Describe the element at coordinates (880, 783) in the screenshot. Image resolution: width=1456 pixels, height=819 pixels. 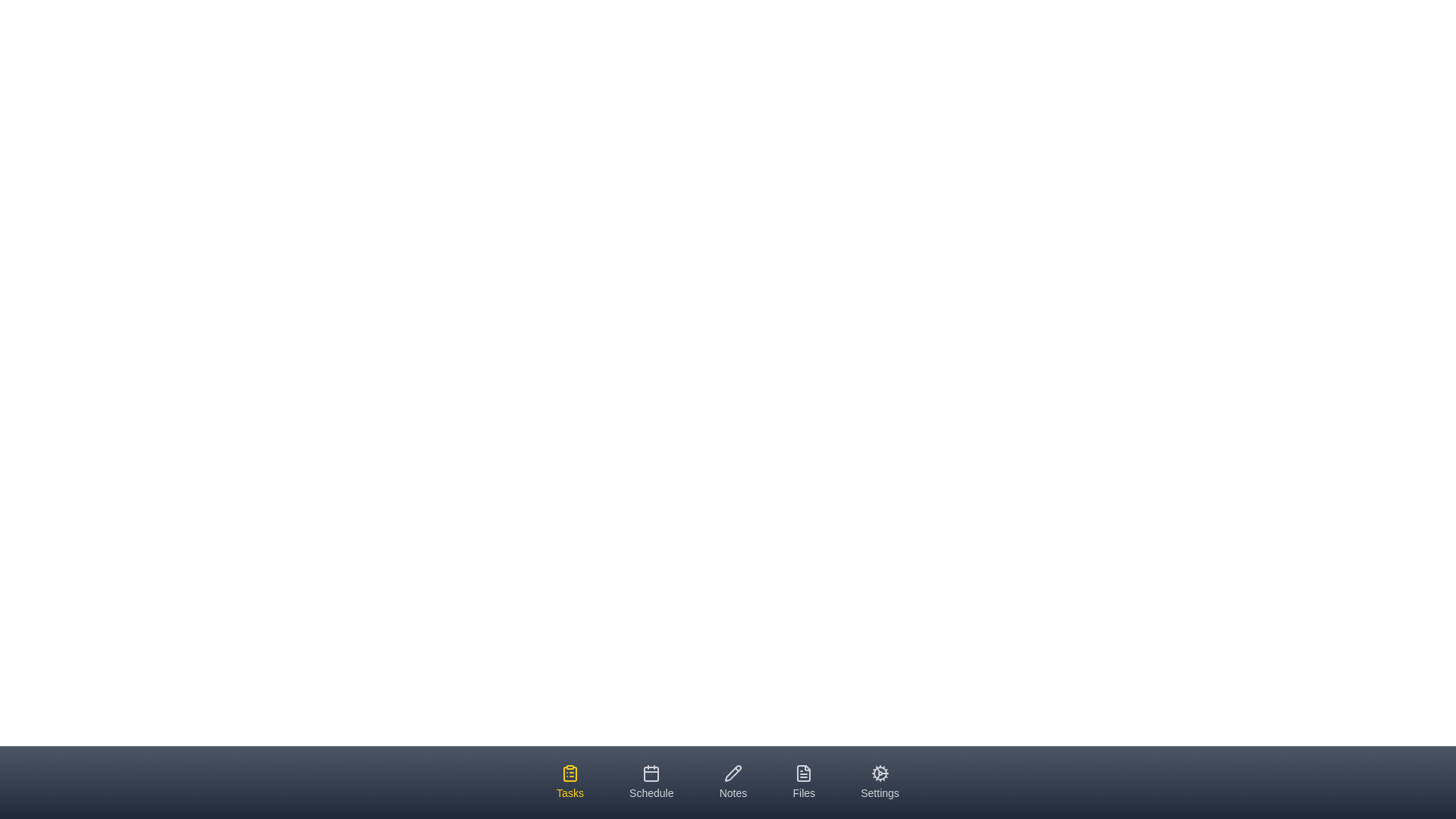
I see `the tab labeled Settings by clicking on it` at that location.